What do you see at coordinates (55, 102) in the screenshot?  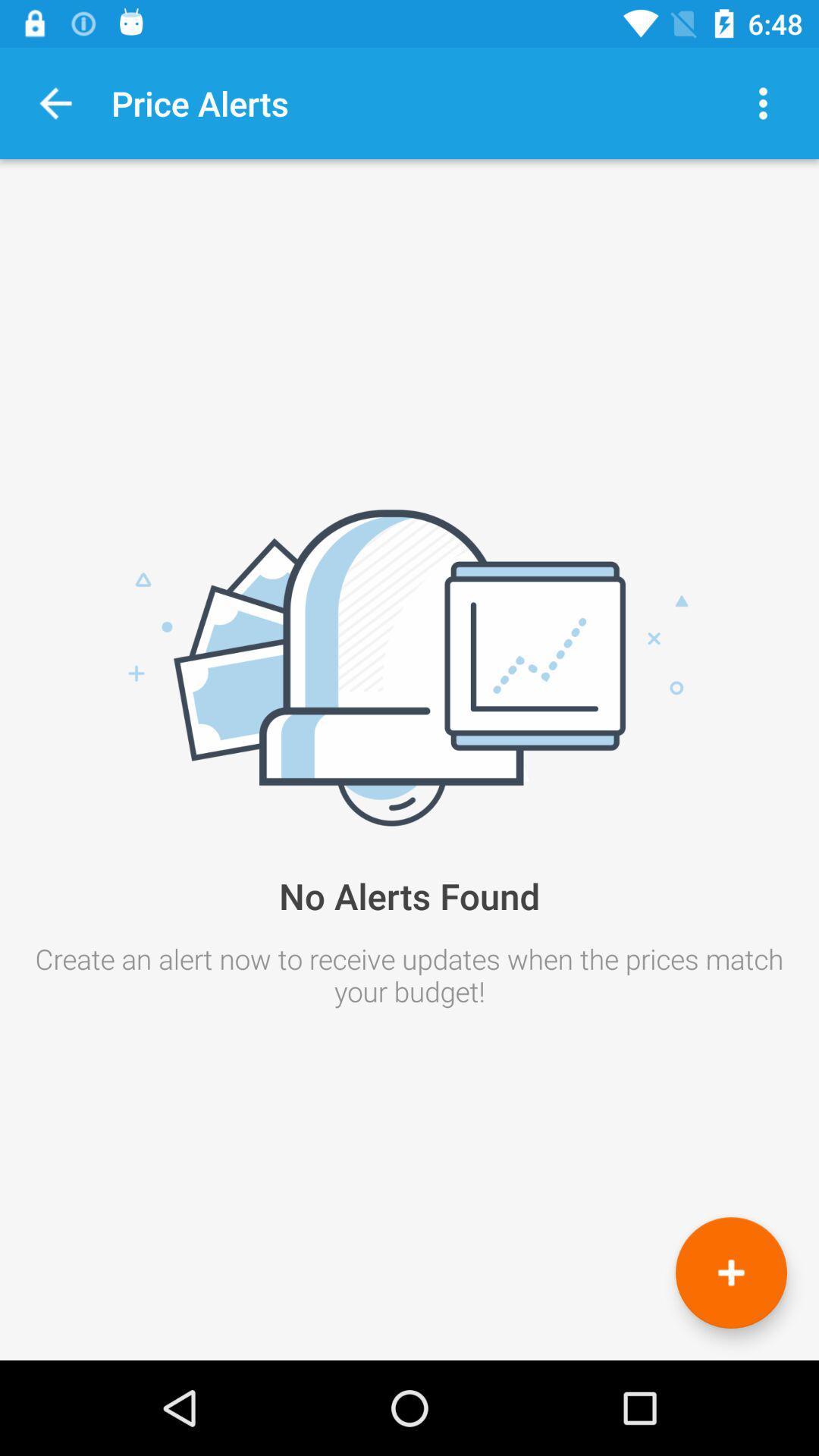 I see `the icon at the top left corner` at bounding box center [55, 102].